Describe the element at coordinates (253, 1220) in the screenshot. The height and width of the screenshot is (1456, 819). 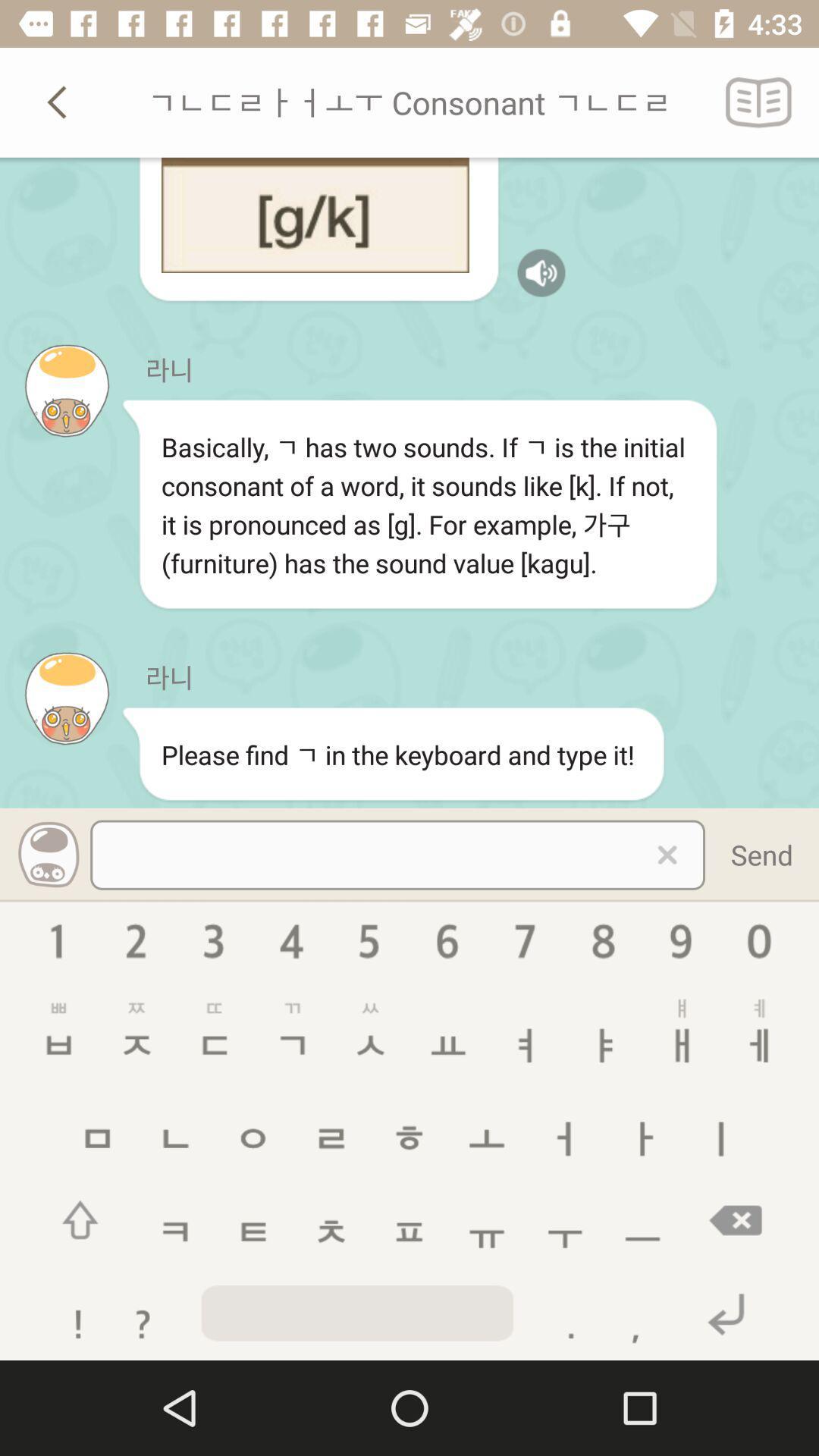
I see `the menu icon` at that location.